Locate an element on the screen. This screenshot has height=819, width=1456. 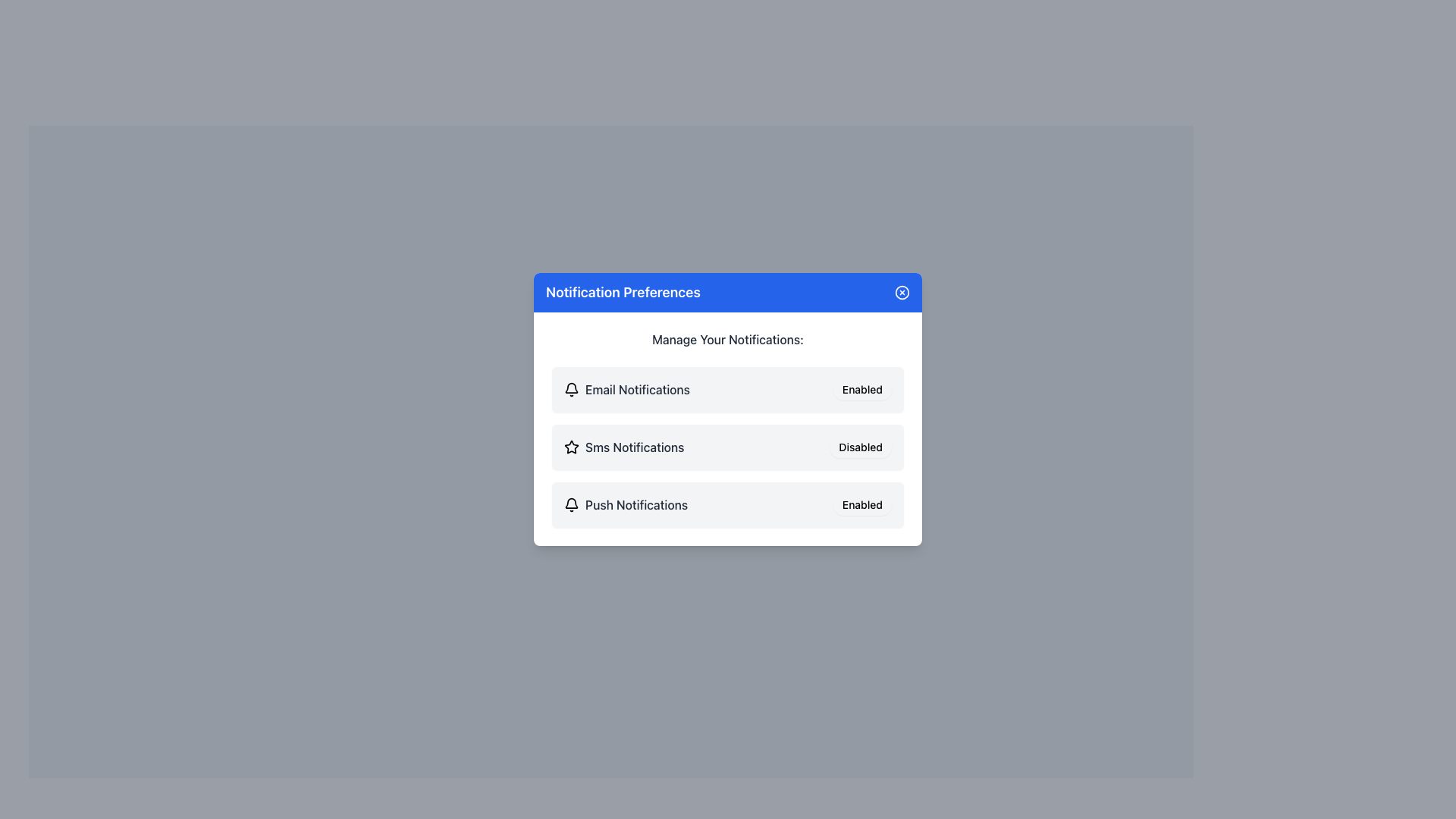
text label displaying 'Notification Preferences' which is prominently positioned in the blue header bar of the modal window is located at coordinates (623, 292).